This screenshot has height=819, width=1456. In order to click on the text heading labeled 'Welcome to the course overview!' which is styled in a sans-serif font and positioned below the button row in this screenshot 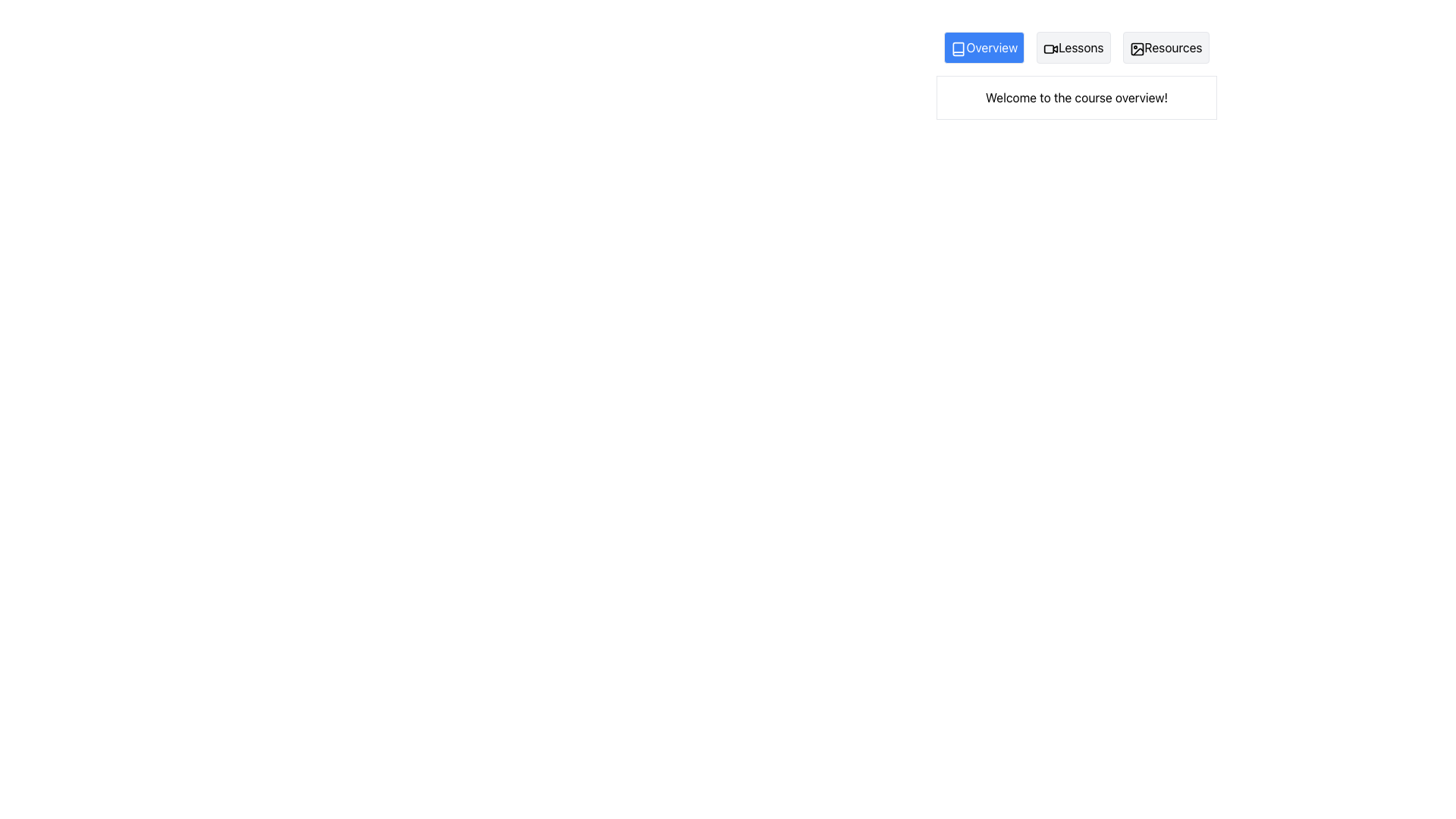, I will do `click(1076, 97)`.